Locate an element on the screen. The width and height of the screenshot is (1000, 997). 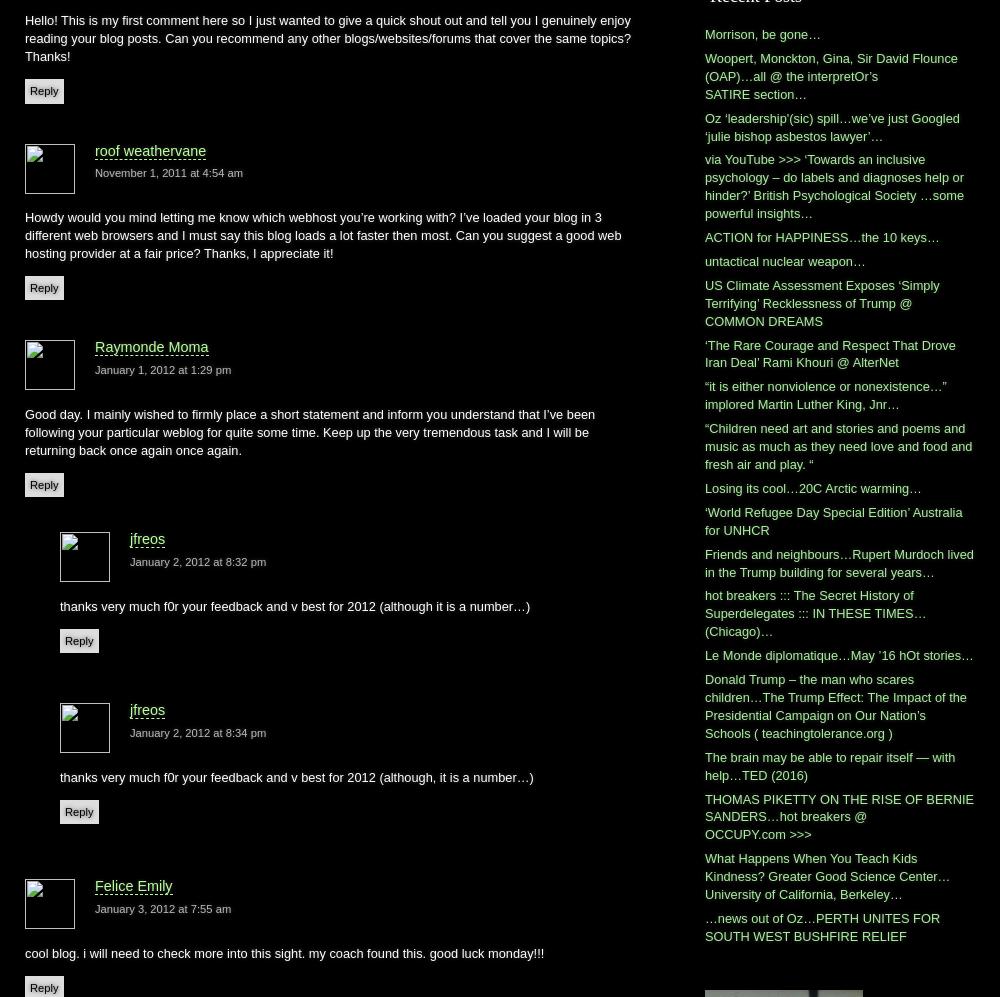
'“Children need art and stories and poems and music as much as they need love and food and fresh air and play. “' is located at coordinates (837, 445).